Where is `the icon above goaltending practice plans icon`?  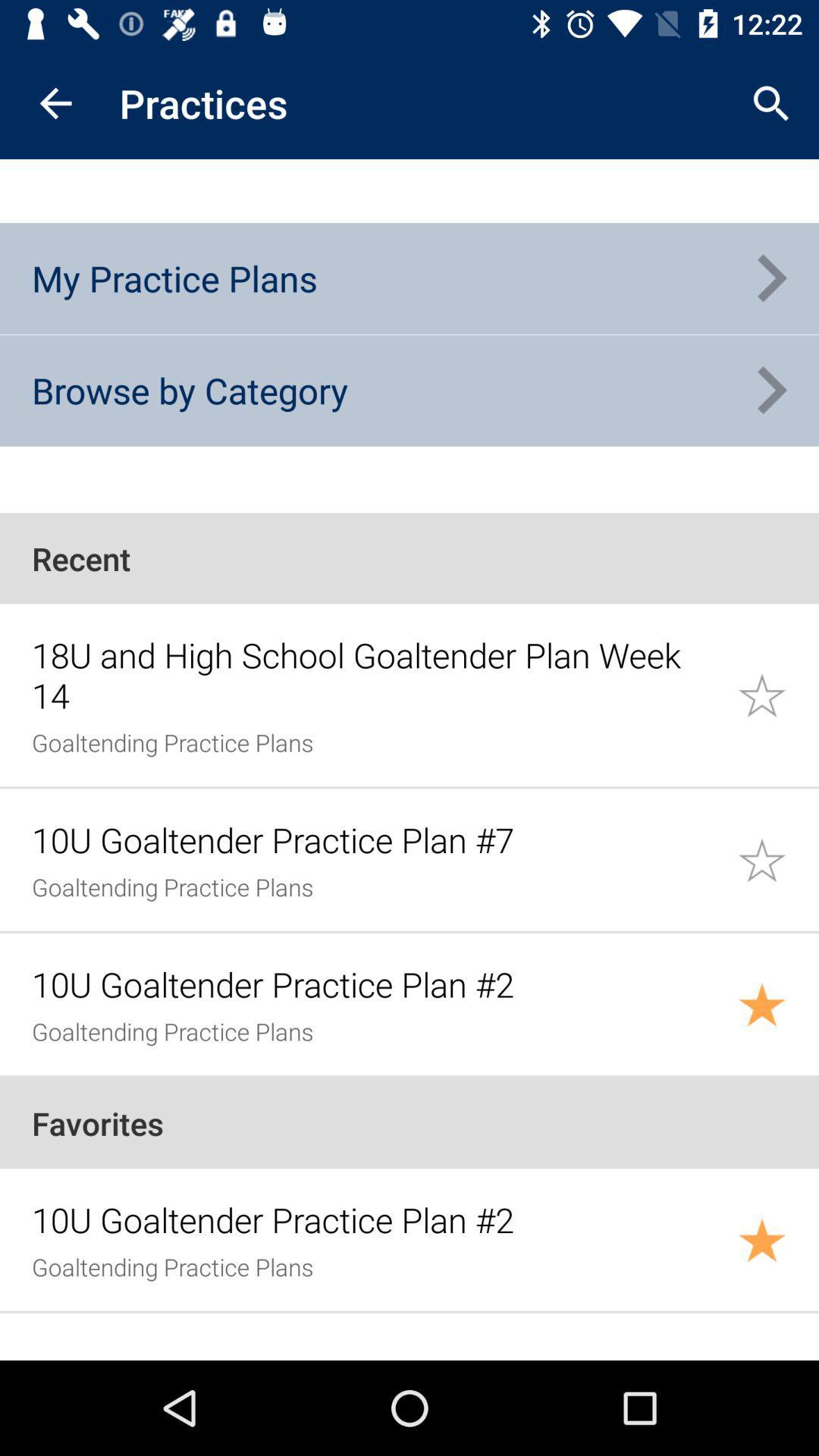
the icon above goaltending practice plans icon is located at coordinates (375, 674).